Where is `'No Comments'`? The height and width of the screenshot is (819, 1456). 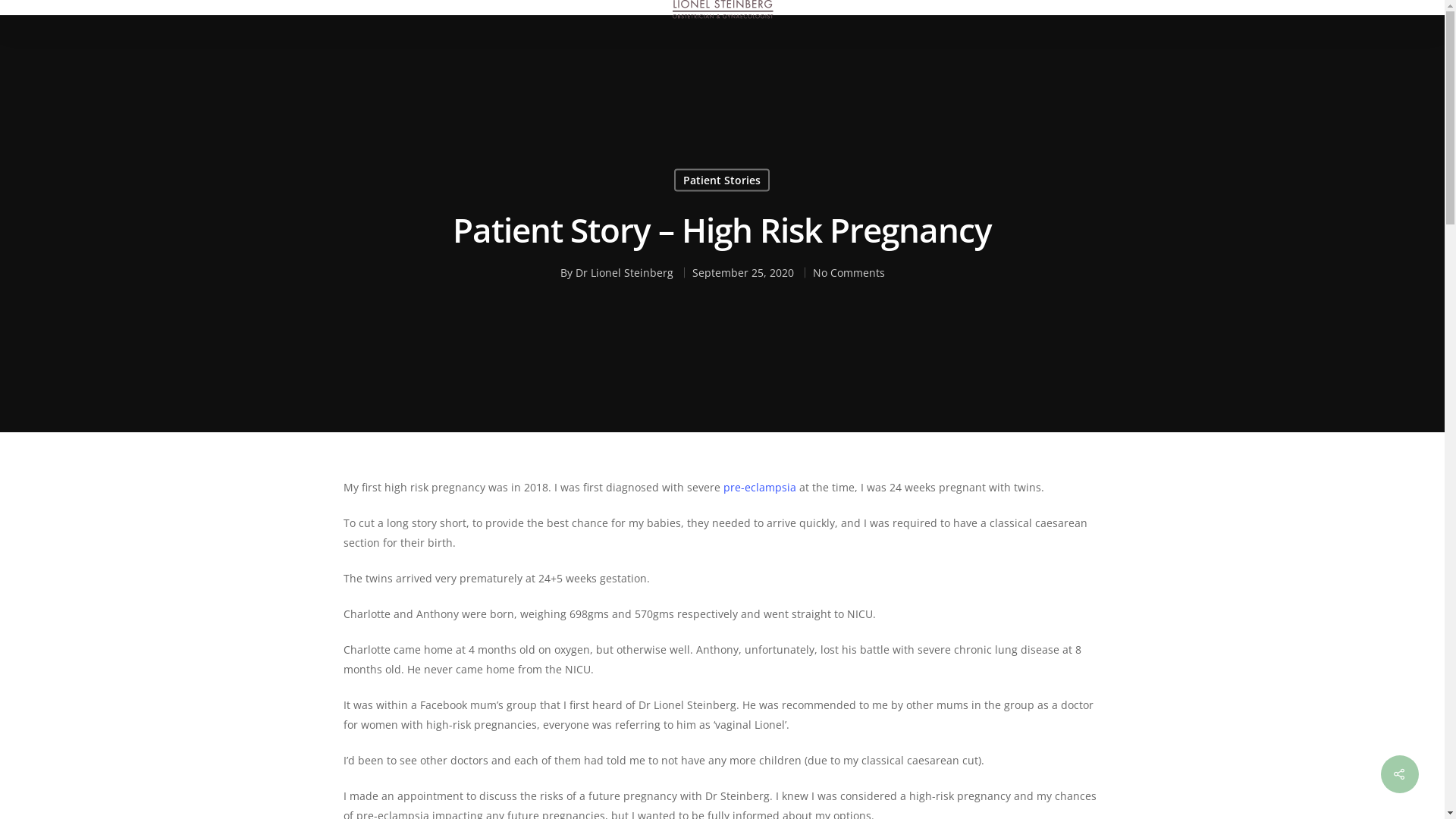 'No Comments' is located at coordinates (848, 271).